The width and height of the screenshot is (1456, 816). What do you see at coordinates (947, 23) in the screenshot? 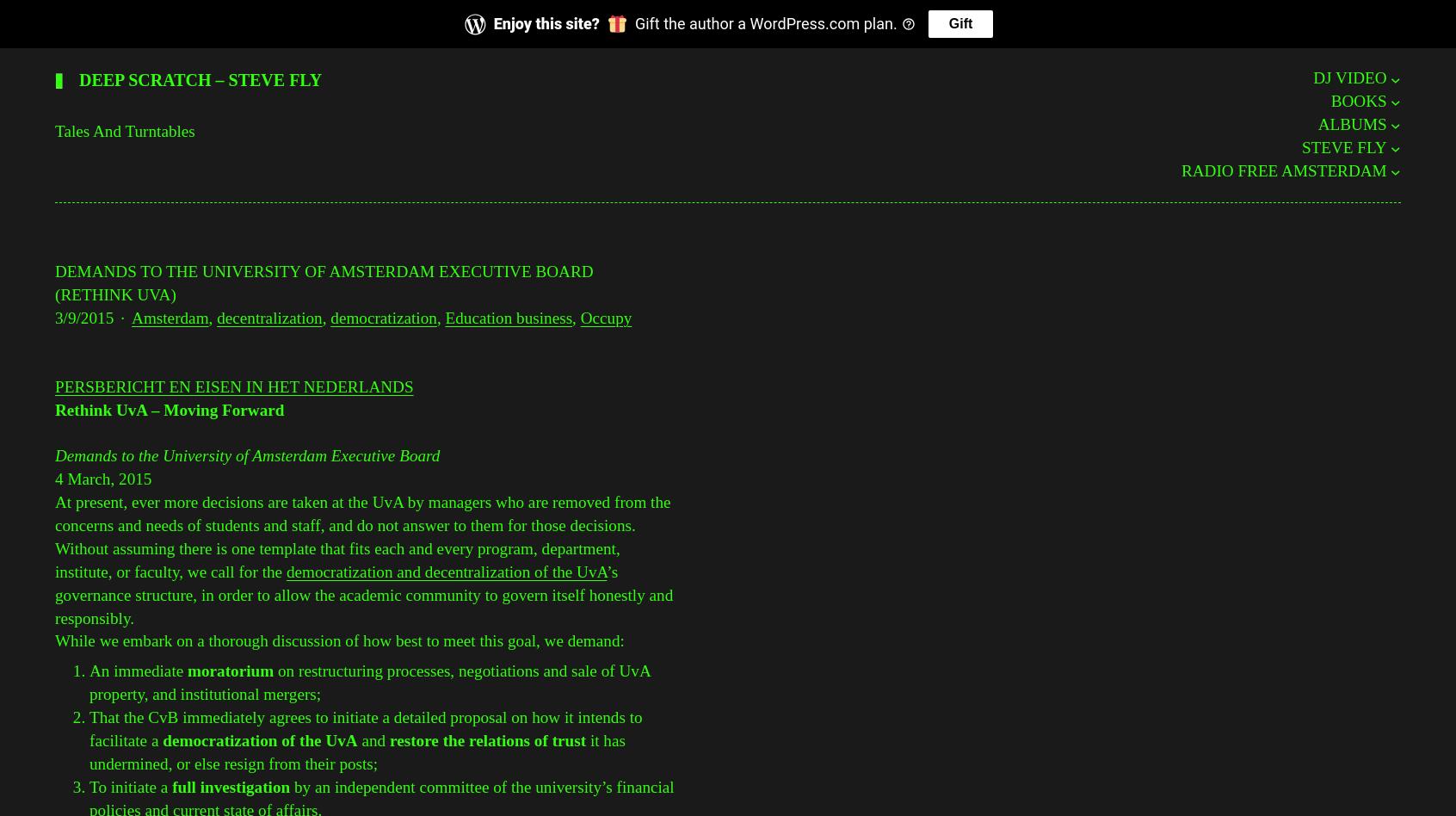
I see `'Gift'` at bounding box center [947, 23].